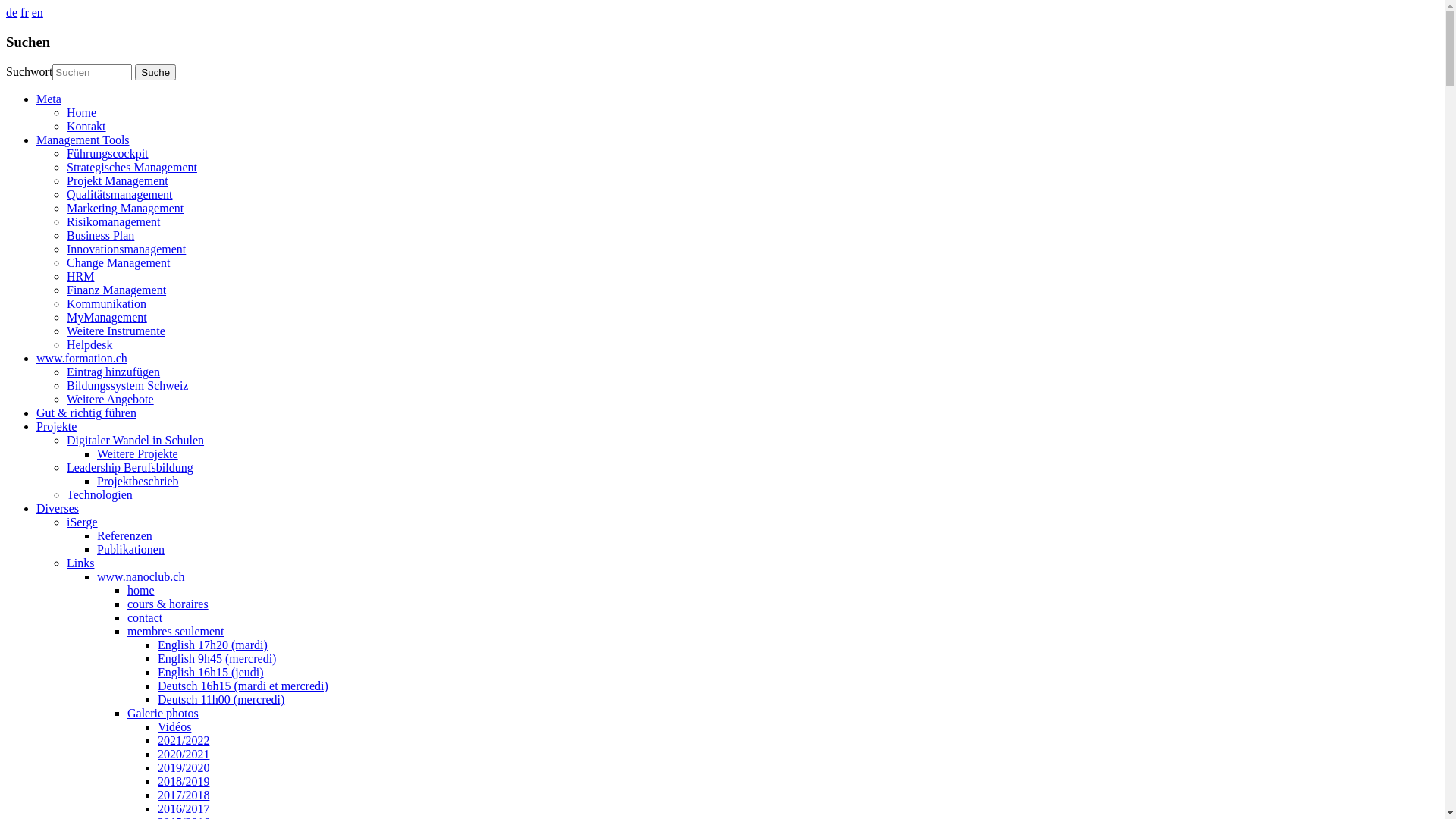 The height and width of the screenshot is (819, 1456). Describe the element at coordinates (140, 576) in the screenshot. I see `'www.nanoclub.ch'` at that location.